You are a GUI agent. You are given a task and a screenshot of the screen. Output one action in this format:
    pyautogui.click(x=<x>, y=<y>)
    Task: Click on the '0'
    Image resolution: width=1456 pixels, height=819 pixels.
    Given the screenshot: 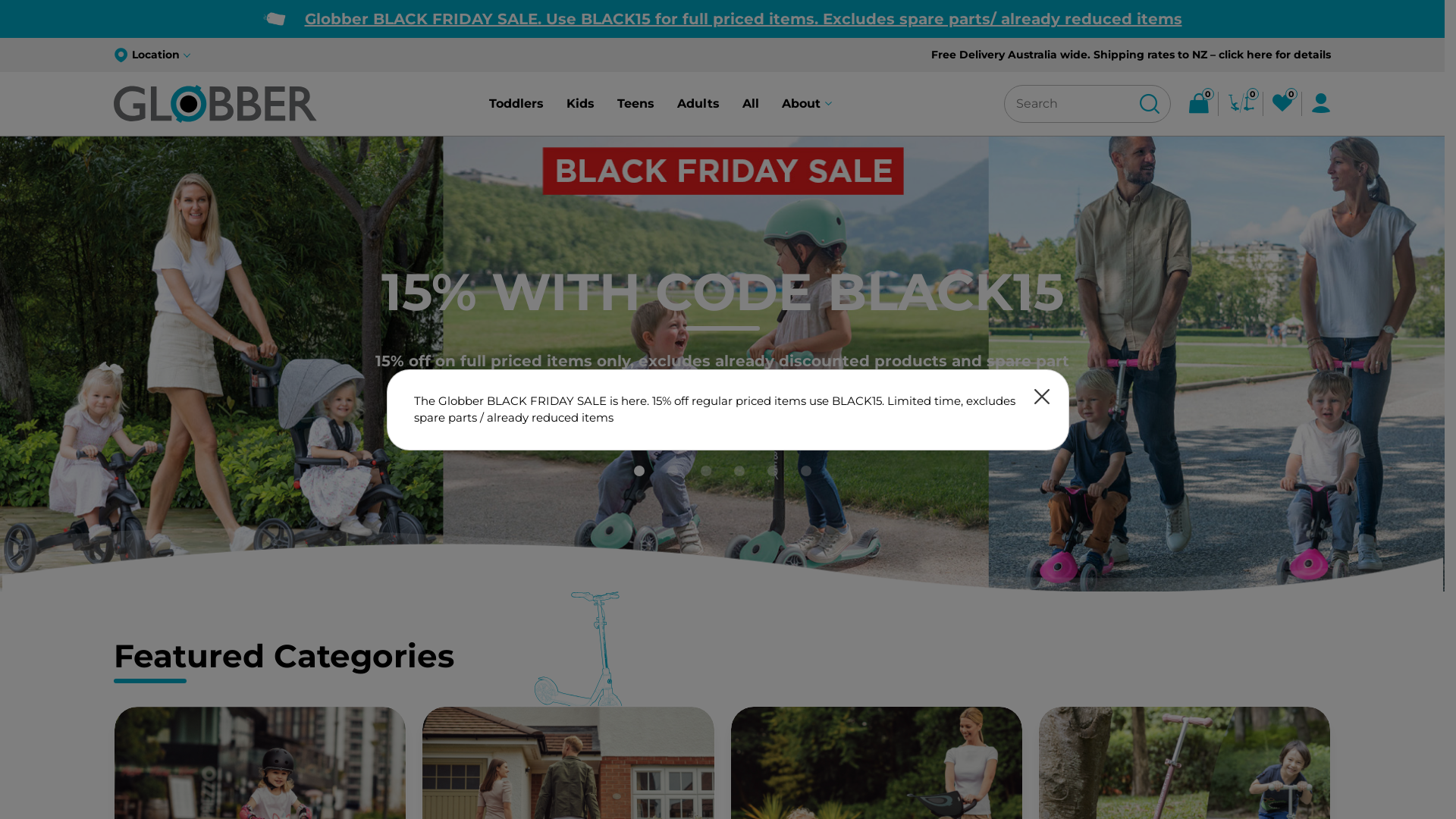 What is the action you would take?
    pyautogui.click(x=1281, y=103)
    